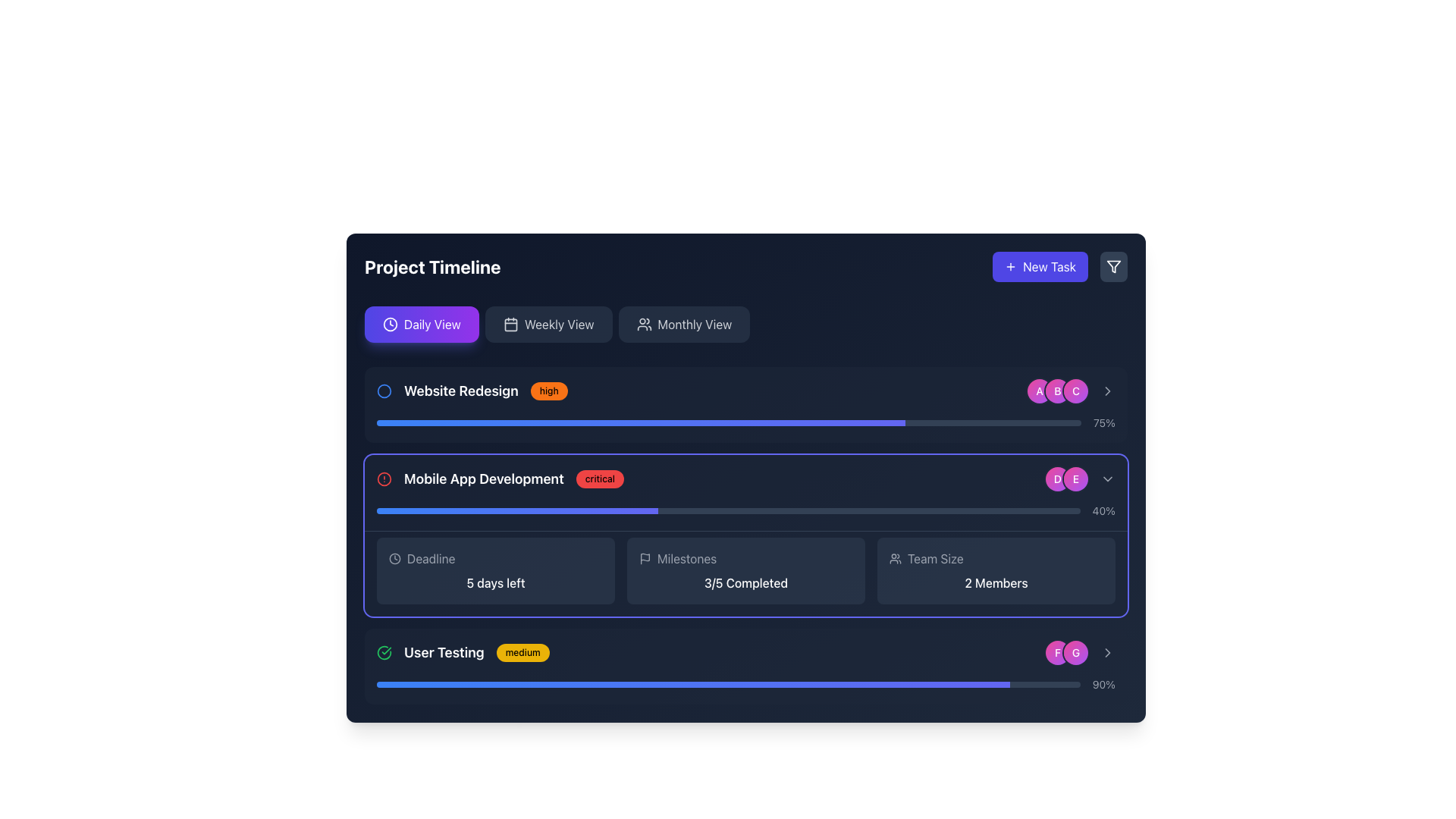 This screenshot has width=1456, height=819. Describe the element at coordinates (517, 511) in the screenshot. I see `the progress bar segment styled with a gradient from blue to indigo, which is located within the 'Mobile App Development' section and occupies the first 40% of the progress bar's width` at that location.